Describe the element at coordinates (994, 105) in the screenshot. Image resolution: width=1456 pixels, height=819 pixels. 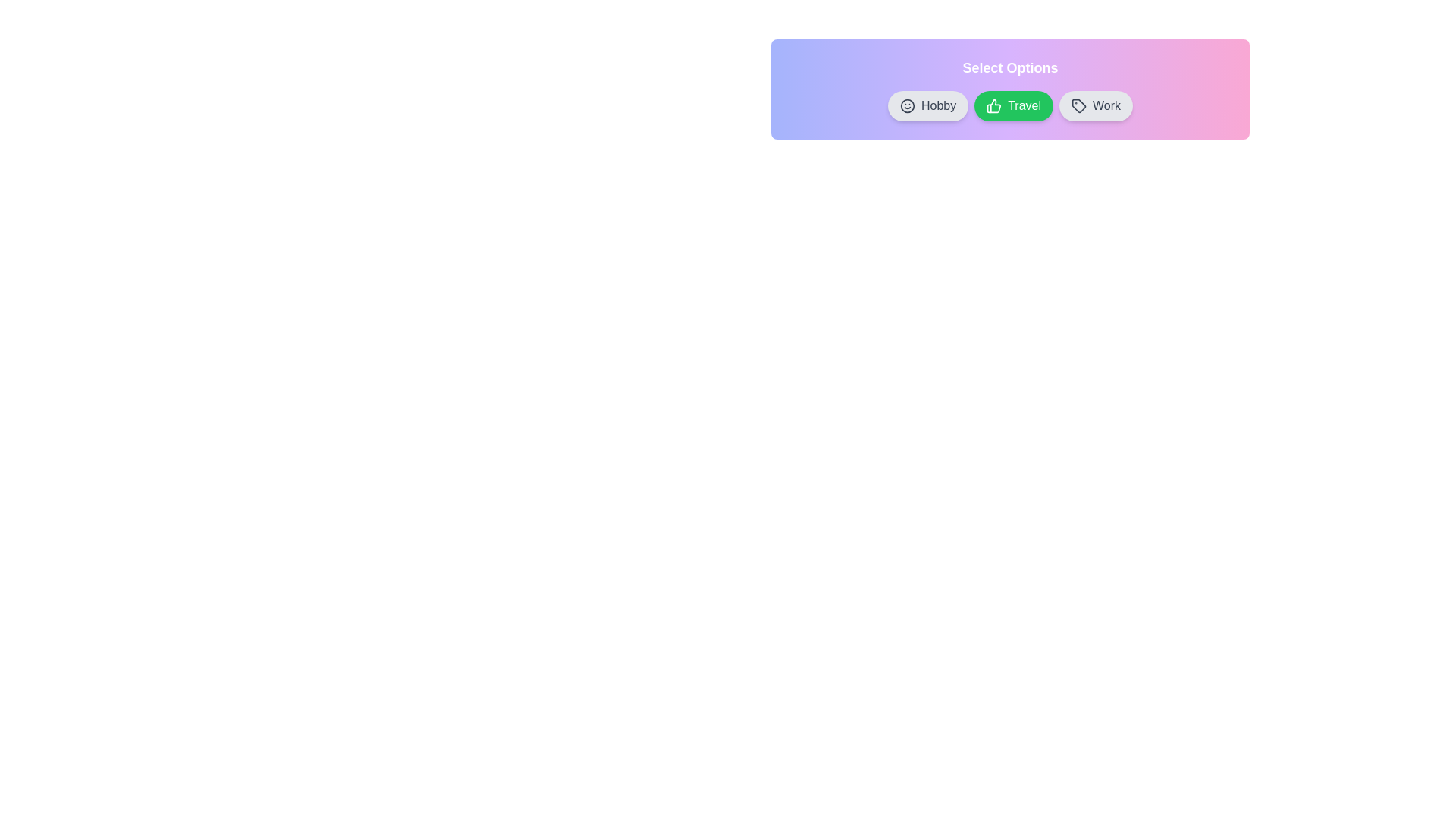
I see `the chip by clicking its icon. The chip can be specified by its label: Travel` at that location.